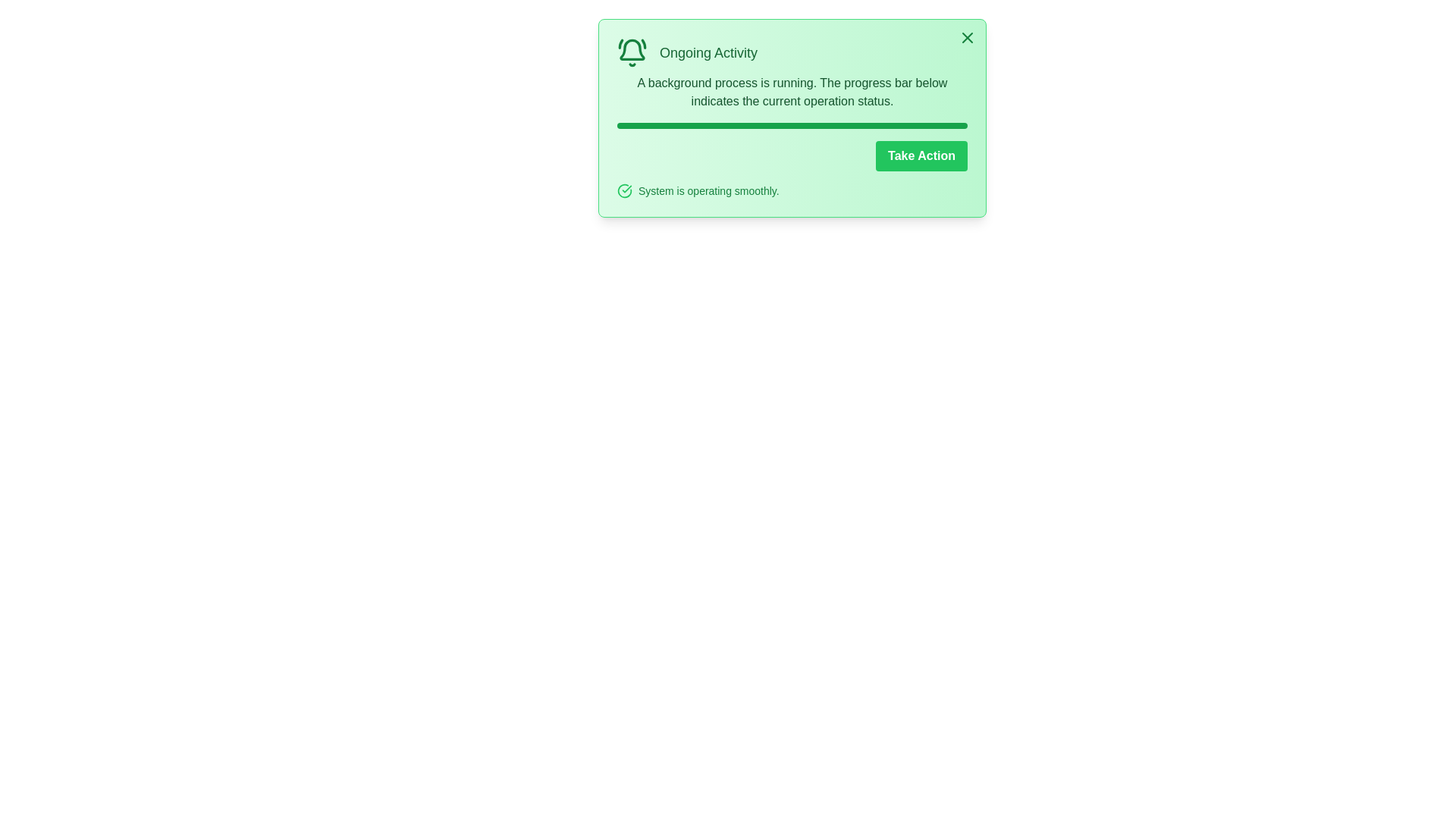 This screenshot has height=819, width=1456. Describe the element at coordinates (920, 155) in the screenshot. I see `'Take Action' button to execute the associated action` at that location.